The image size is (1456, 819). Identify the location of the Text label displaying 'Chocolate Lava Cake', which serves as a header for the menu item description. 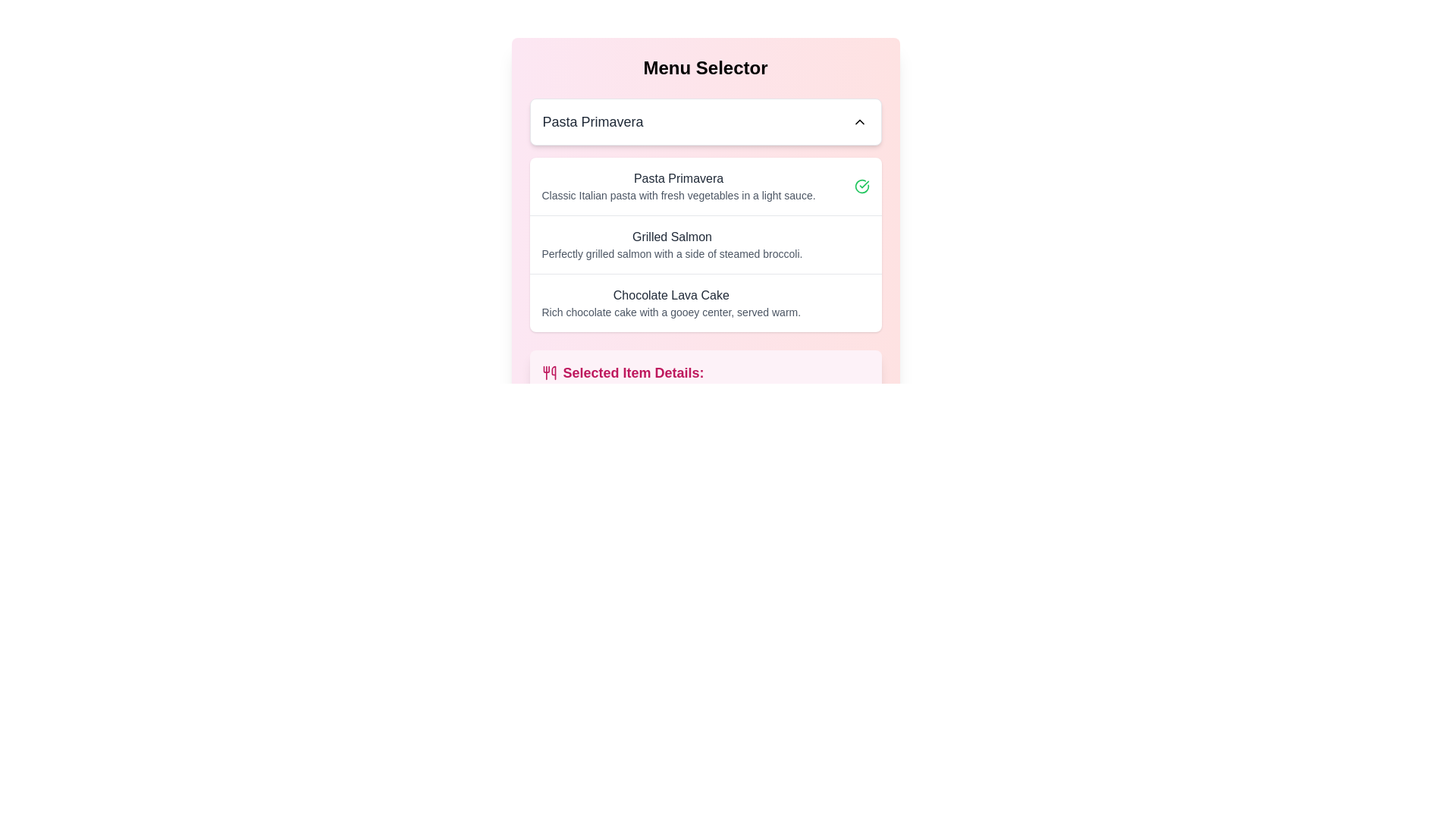
(670, 295).